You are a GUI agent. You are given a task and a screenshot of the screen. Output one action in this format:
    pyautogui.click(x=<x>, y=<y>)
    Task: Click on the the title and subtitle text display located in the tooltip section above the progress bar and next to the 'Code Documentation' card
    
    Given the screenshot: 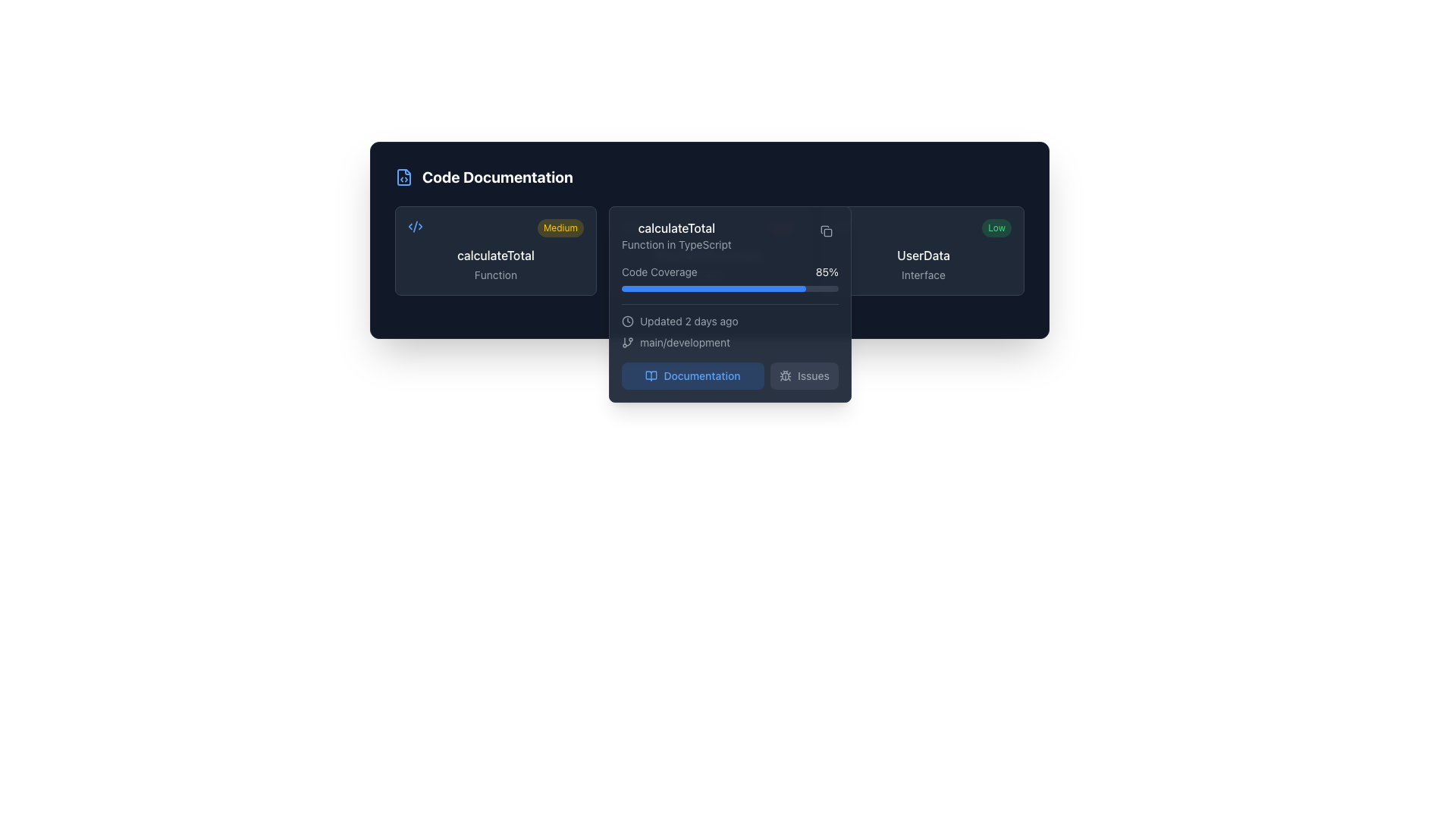 What is the action you would take?
    pyautogui.click(x=676, y=236)
    